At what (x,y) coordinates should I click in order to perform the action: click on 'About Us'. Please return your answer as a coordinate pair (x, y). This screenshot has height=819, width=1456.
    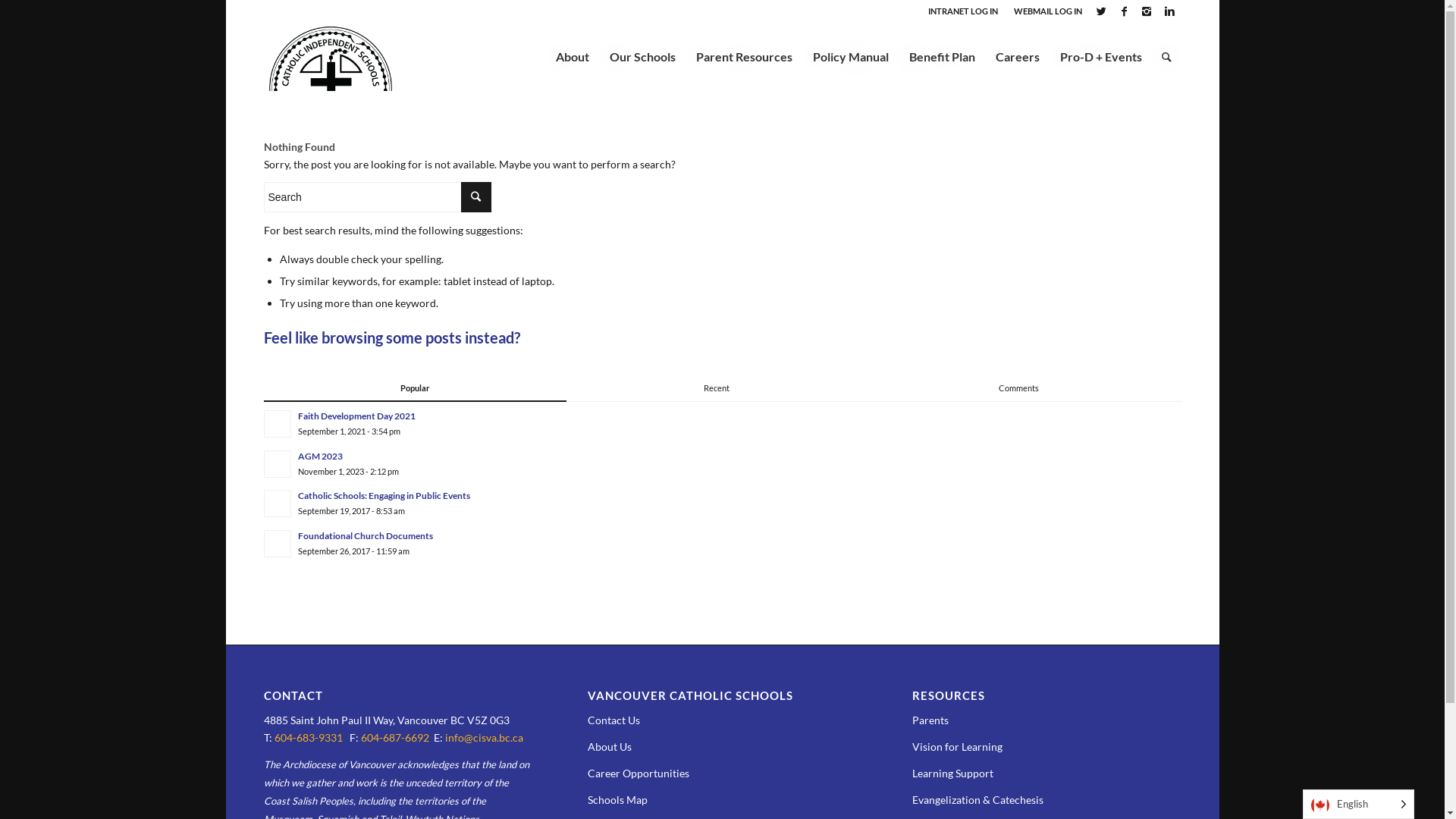
    Looking at the image, I should click on (609, 745).